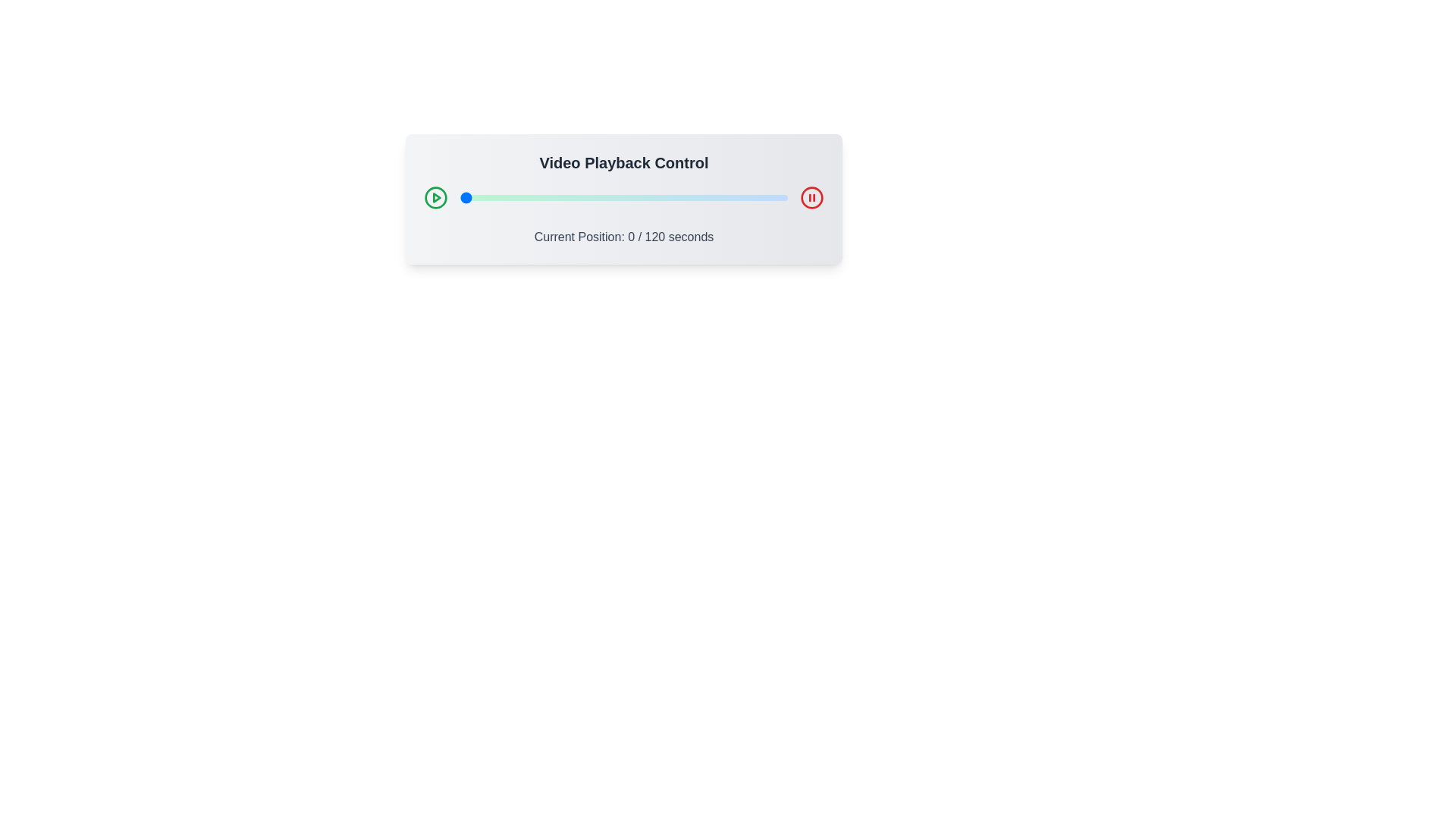 The image size is (1456, 819). I want to click on the video playback slider to 13 seconds, so click(495, 197).